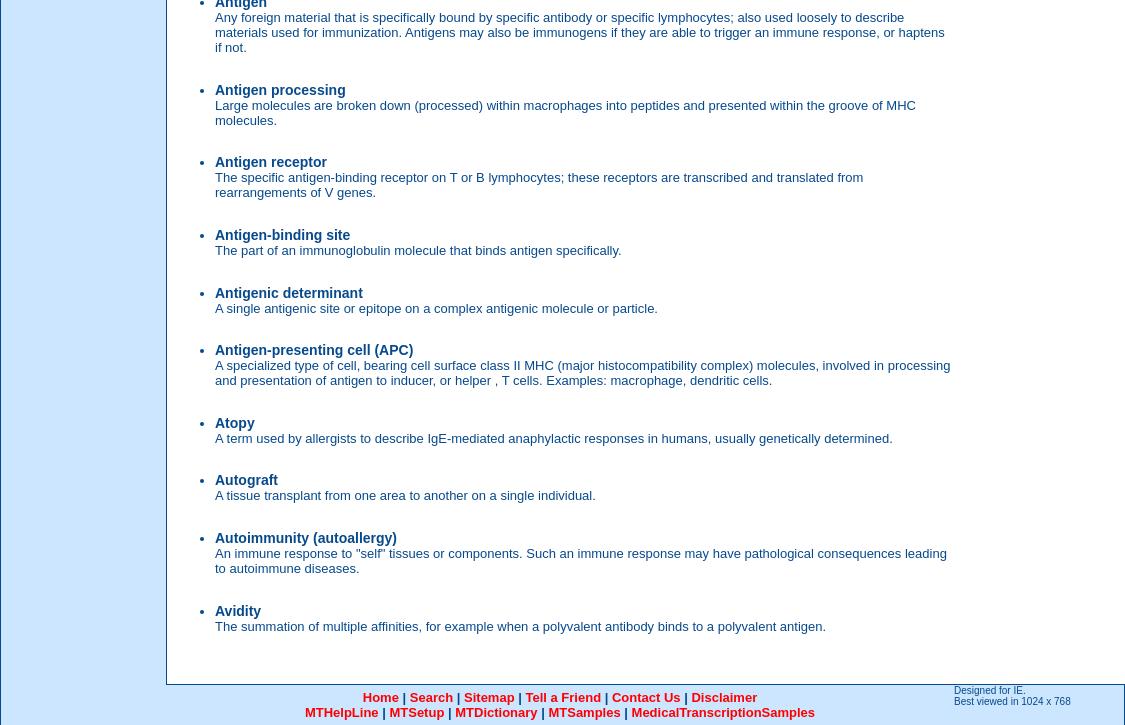 The height and width of the screenshot is (725, 1125). What do you see at coordinates (430, 695) in the screenshot?
I see `'Search'` at bounding box center [430, 695].